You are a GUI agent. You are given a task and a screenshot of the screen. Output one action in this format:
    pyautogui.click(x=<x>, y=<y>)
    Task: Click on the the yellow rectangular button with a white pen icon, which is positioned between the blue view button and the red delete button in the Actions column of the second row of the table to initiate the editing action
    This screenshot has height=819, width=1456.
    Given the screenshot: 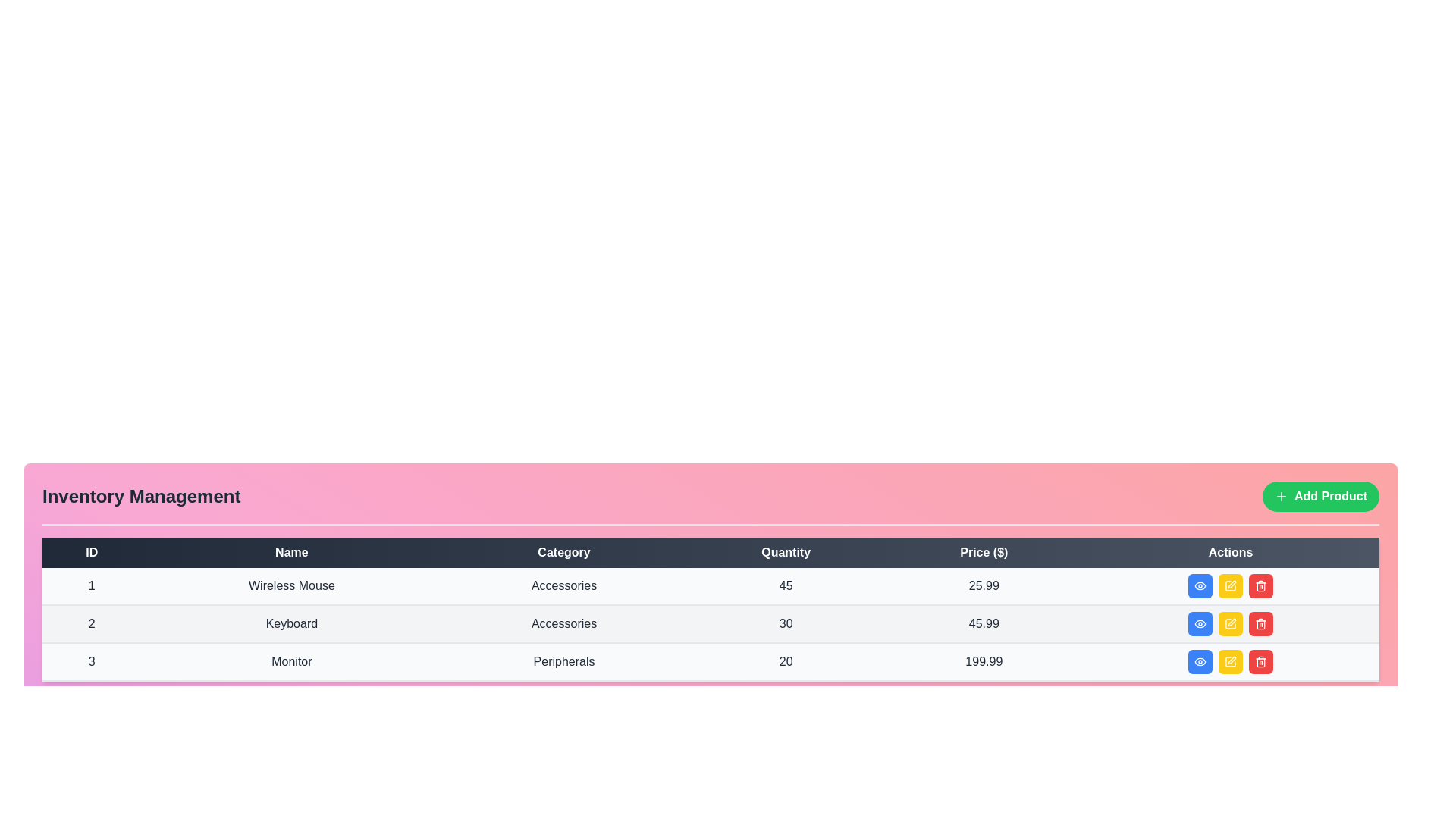 What is the action you would take?
    pyautogui.click(x=1231, y=623)
    